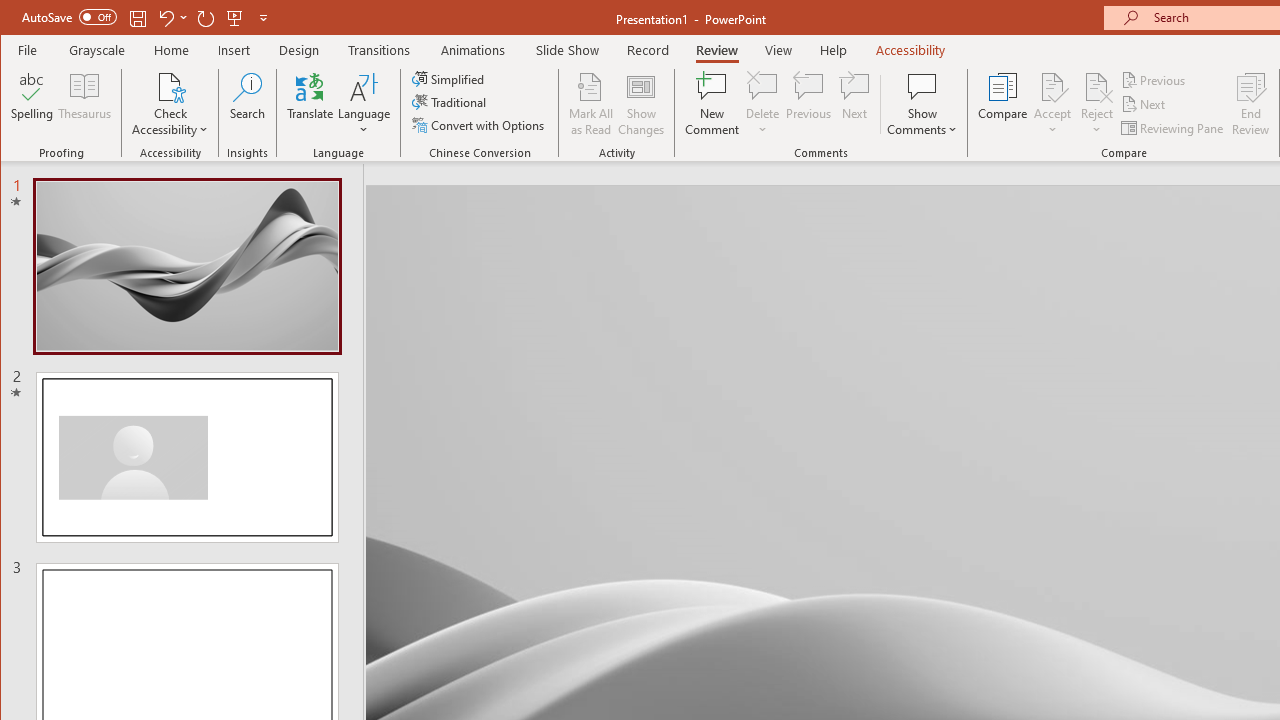 This screenshot has height=720, width=1280. What do you see at coordinates (364, 104) in the screenshot?
I see `'Language'` at bounding box center [364, 104].